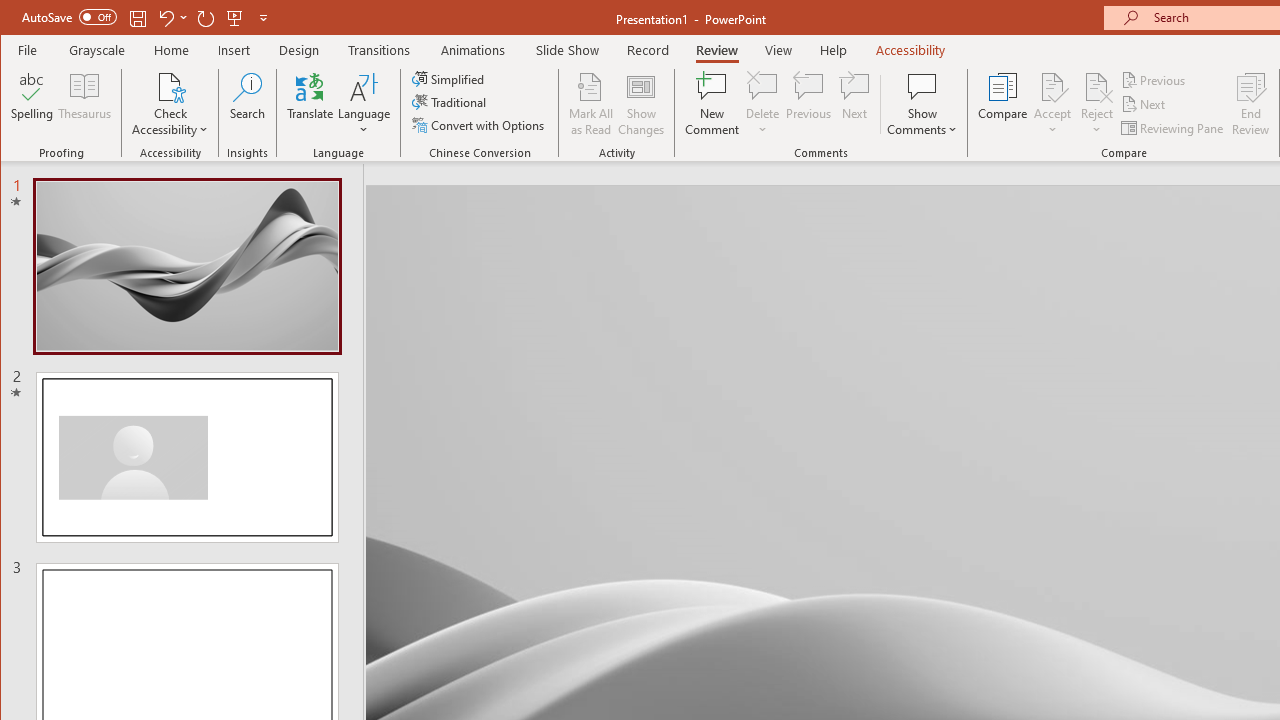 This screenshot has height=720, width=1280. What do you see at coordinates (364, 104) in the screenshot?
I see `'Language'` at bounding box center [364, 104].